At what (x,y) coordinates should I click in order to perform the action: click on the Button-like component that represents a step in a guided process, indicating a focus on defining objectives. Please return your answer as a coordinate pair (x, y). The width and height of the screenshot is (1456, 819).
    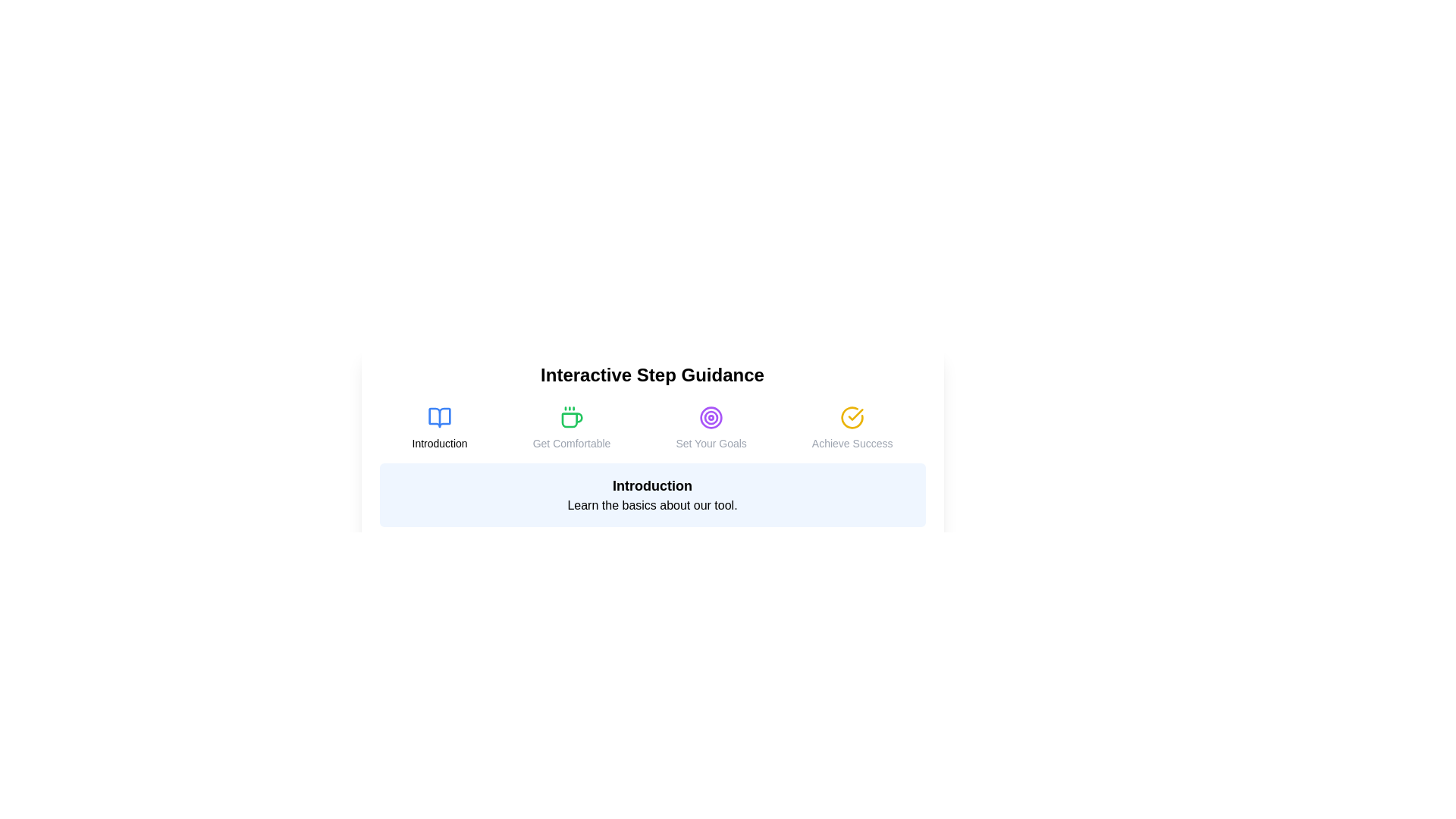
    Looking at the image, I should click on (711, 428).